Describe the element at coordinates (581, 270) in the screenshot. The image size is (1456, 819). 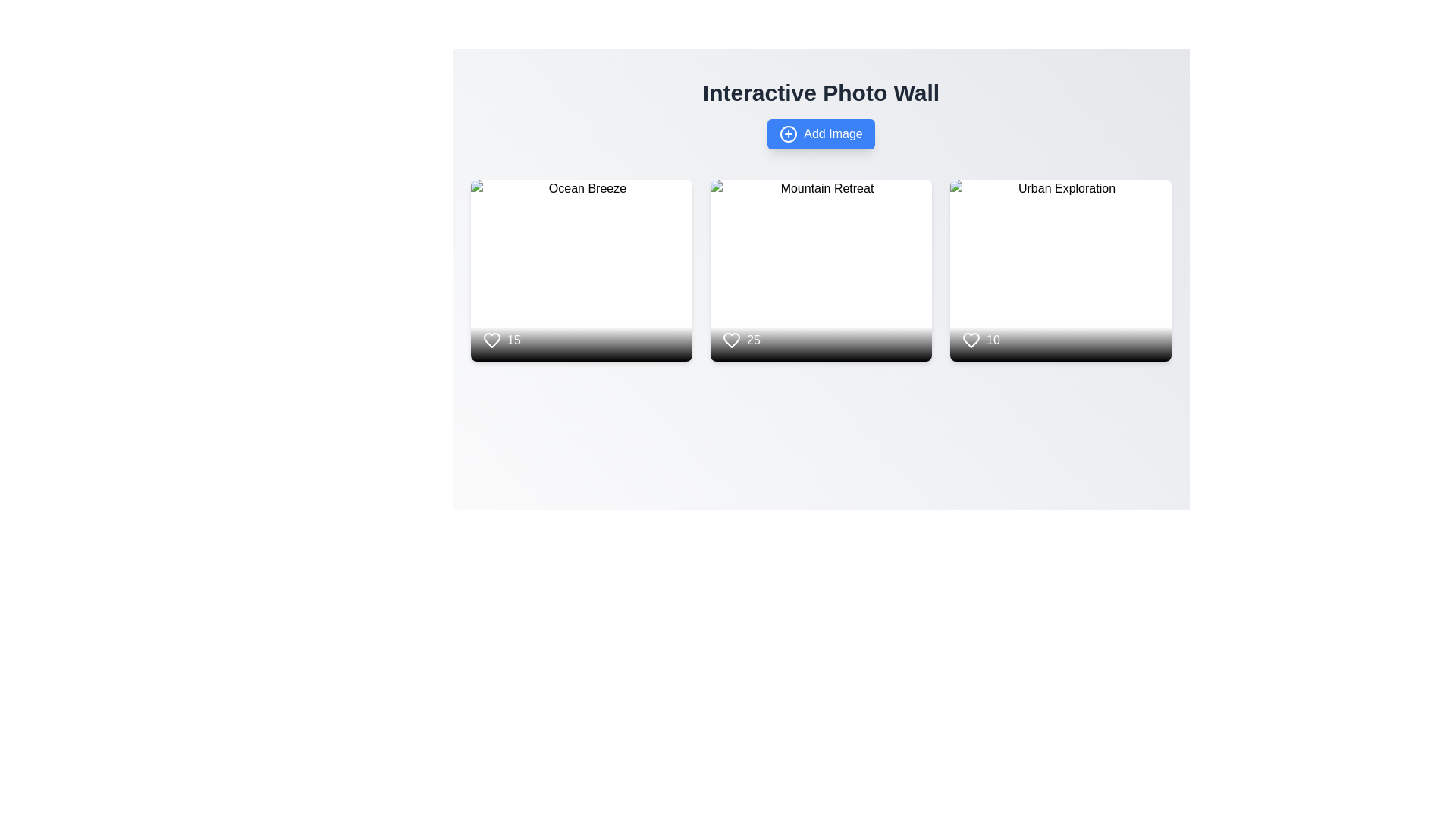
I see `the 'Ocean Breeze' card, which is the leftmost card in a grid layout` at that location.